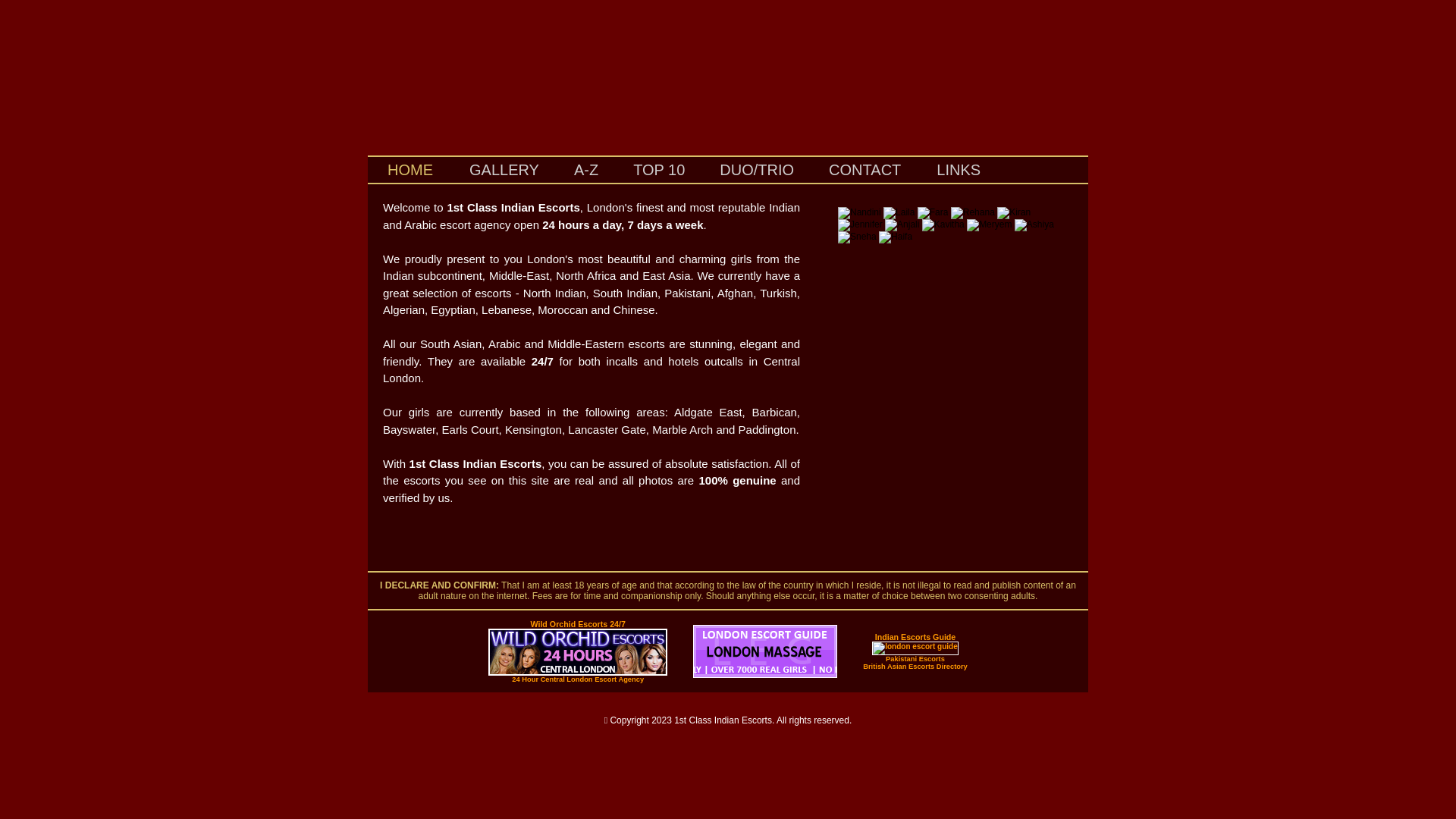 This screenshot has width=1456, height=819. Describe the element at coordinates (764, 674) in the screenshot. I see `'London Escort Guide'` at that location.